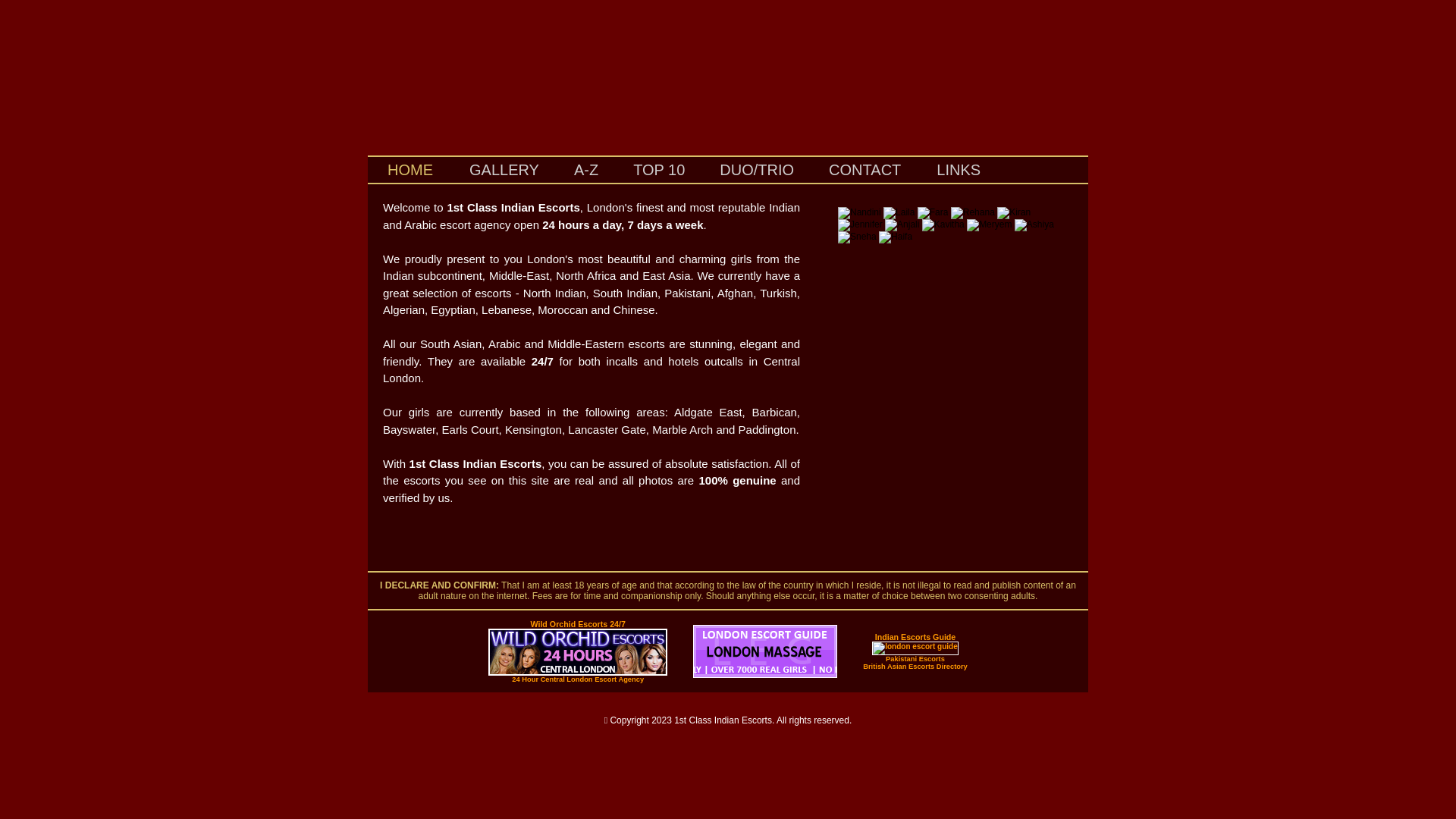 This screenshot has width=1456, height=819. Describe the element at coordinates (764, 674) in the screenshot. I see `'London Escort Guide'` at that location.